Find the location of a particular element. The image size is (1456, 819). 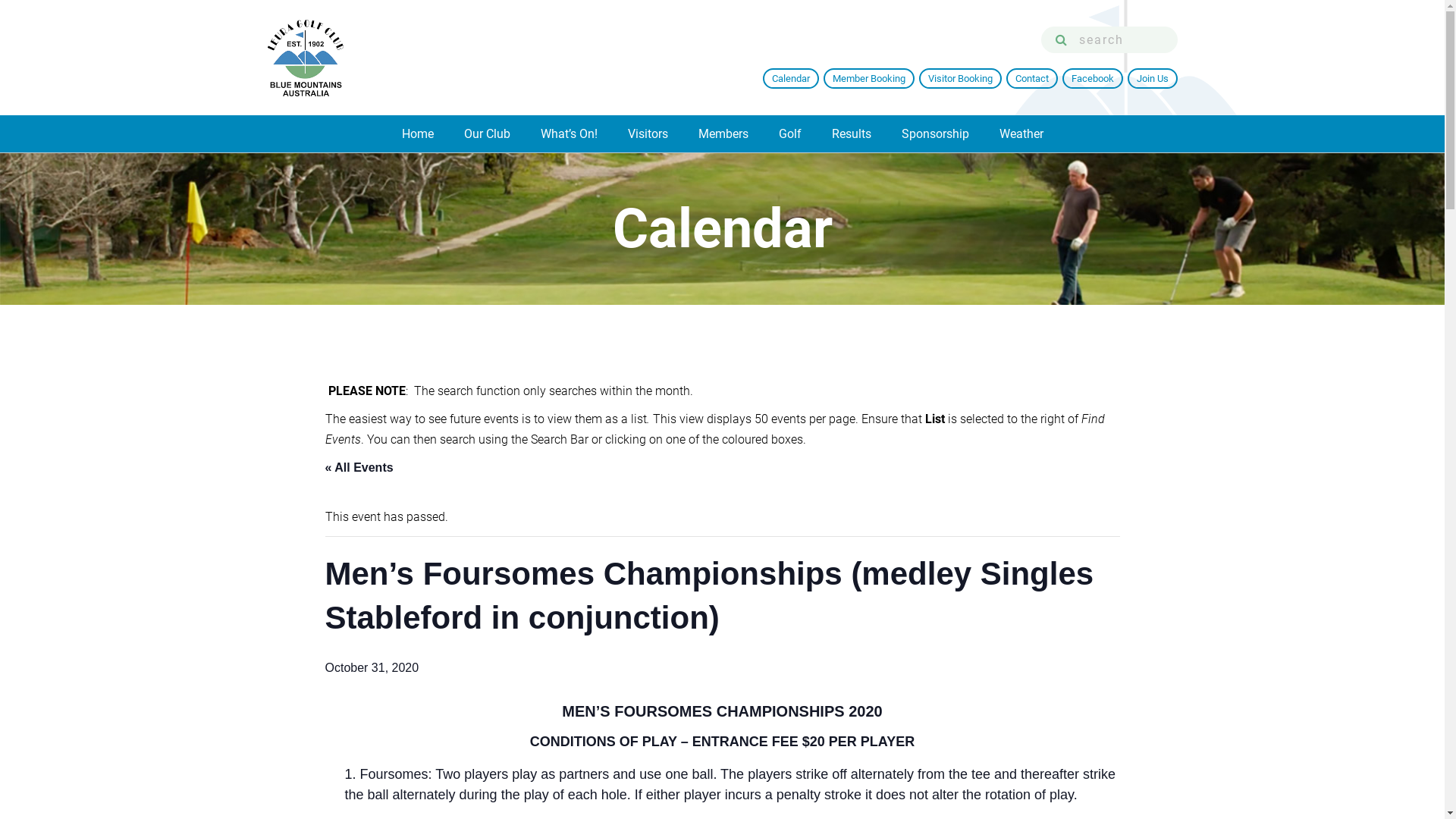

'Member Booking' is located at coordinates (869, 78).